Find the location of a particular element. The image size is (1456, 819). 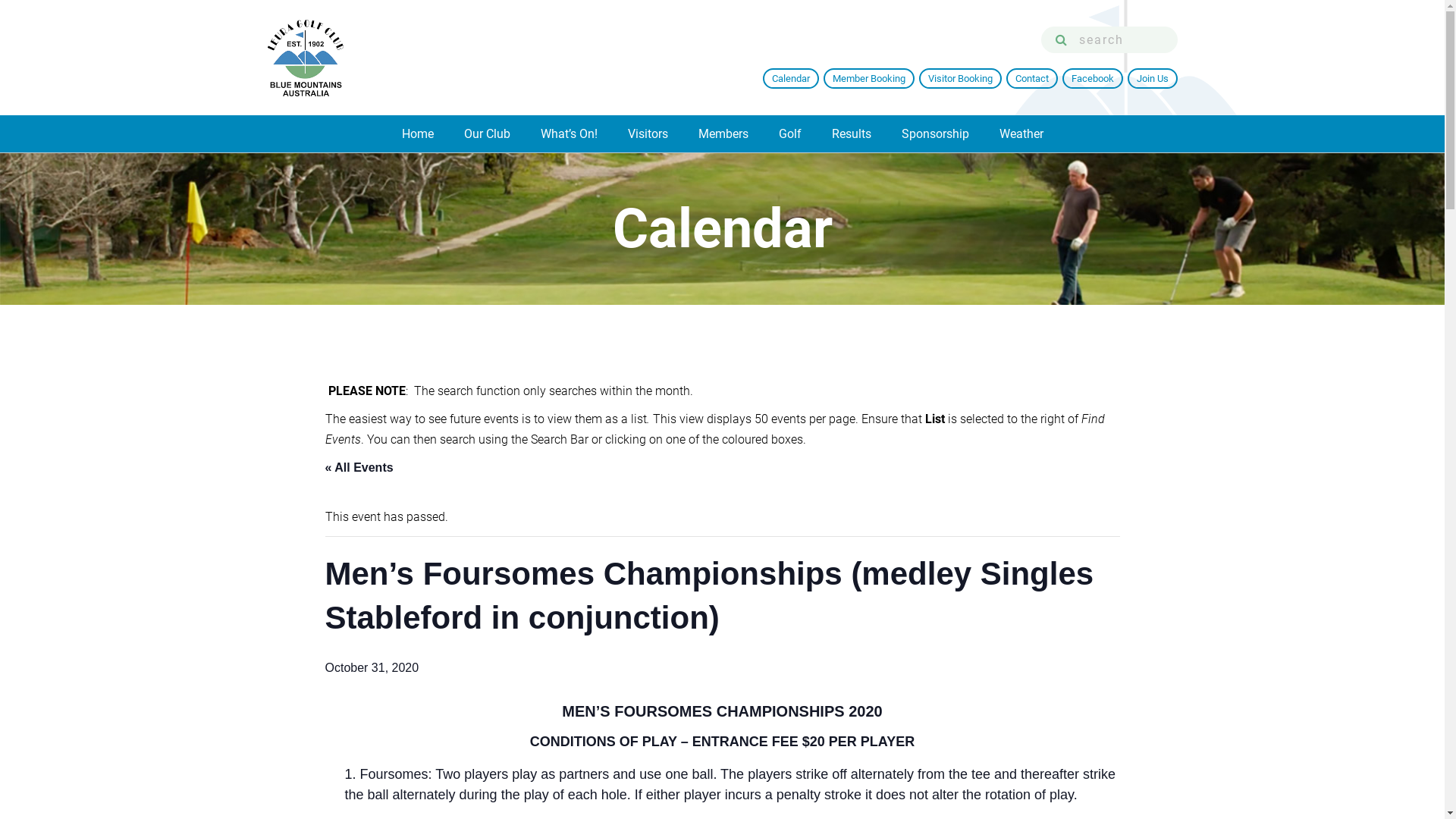

'Member Booking' is located at coordinates (869, 78).